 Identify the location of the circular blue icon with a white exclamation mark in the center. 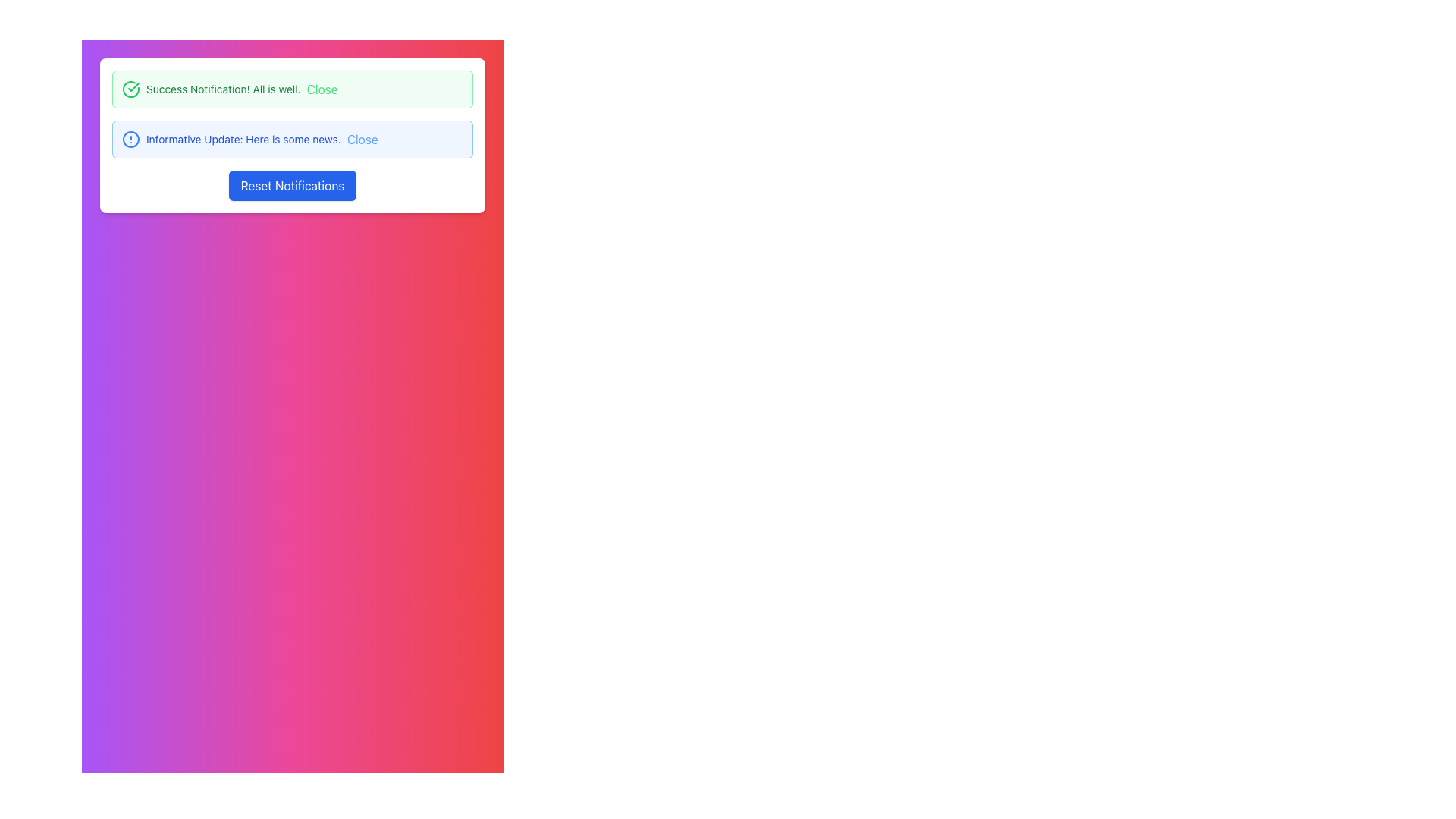
(130, 140).